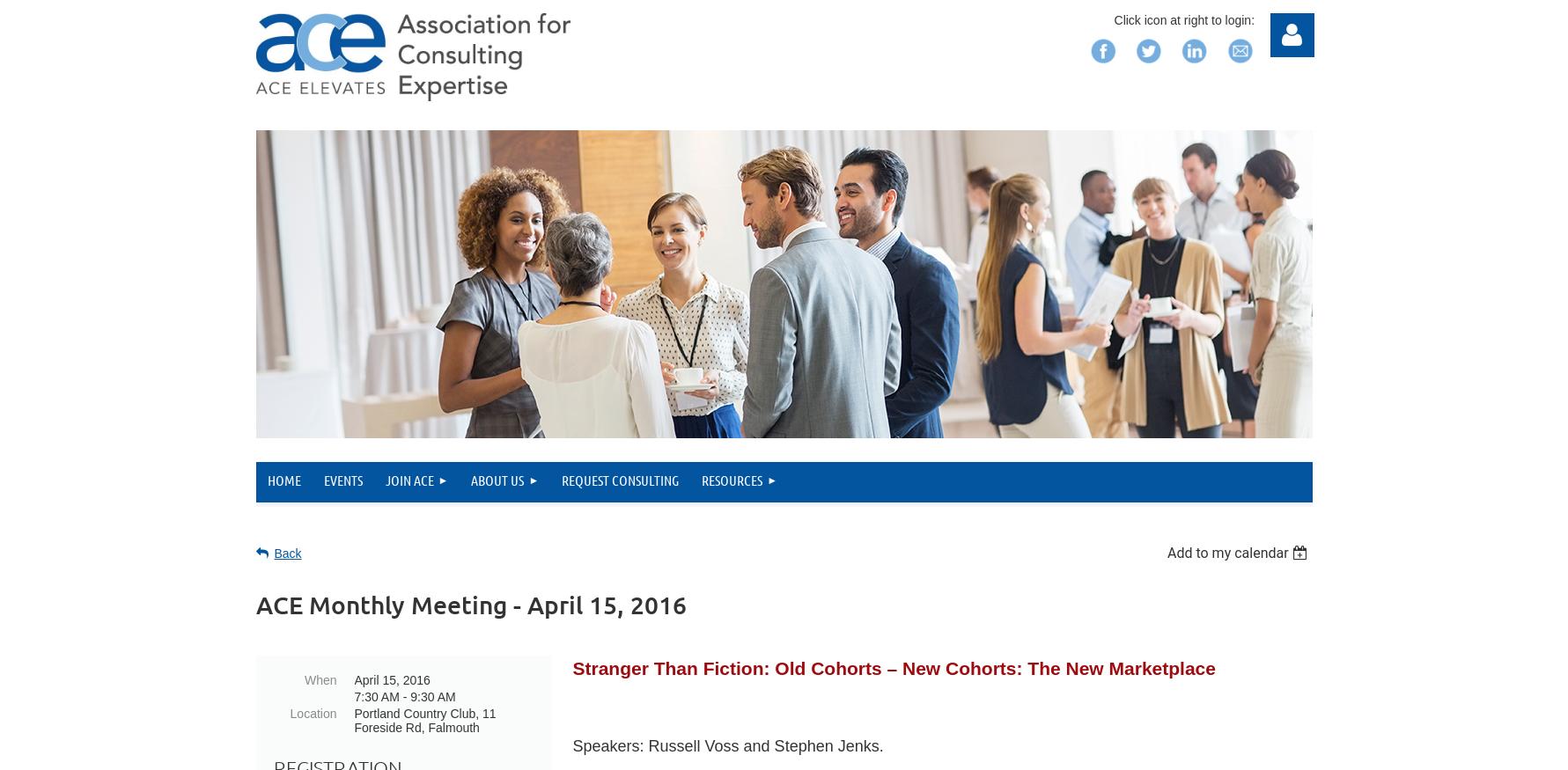 The height and width of the screenshot is (770, 1568). Describe the element at coordinates (320, 678) in the screenshot. I see `'When'` at that location.